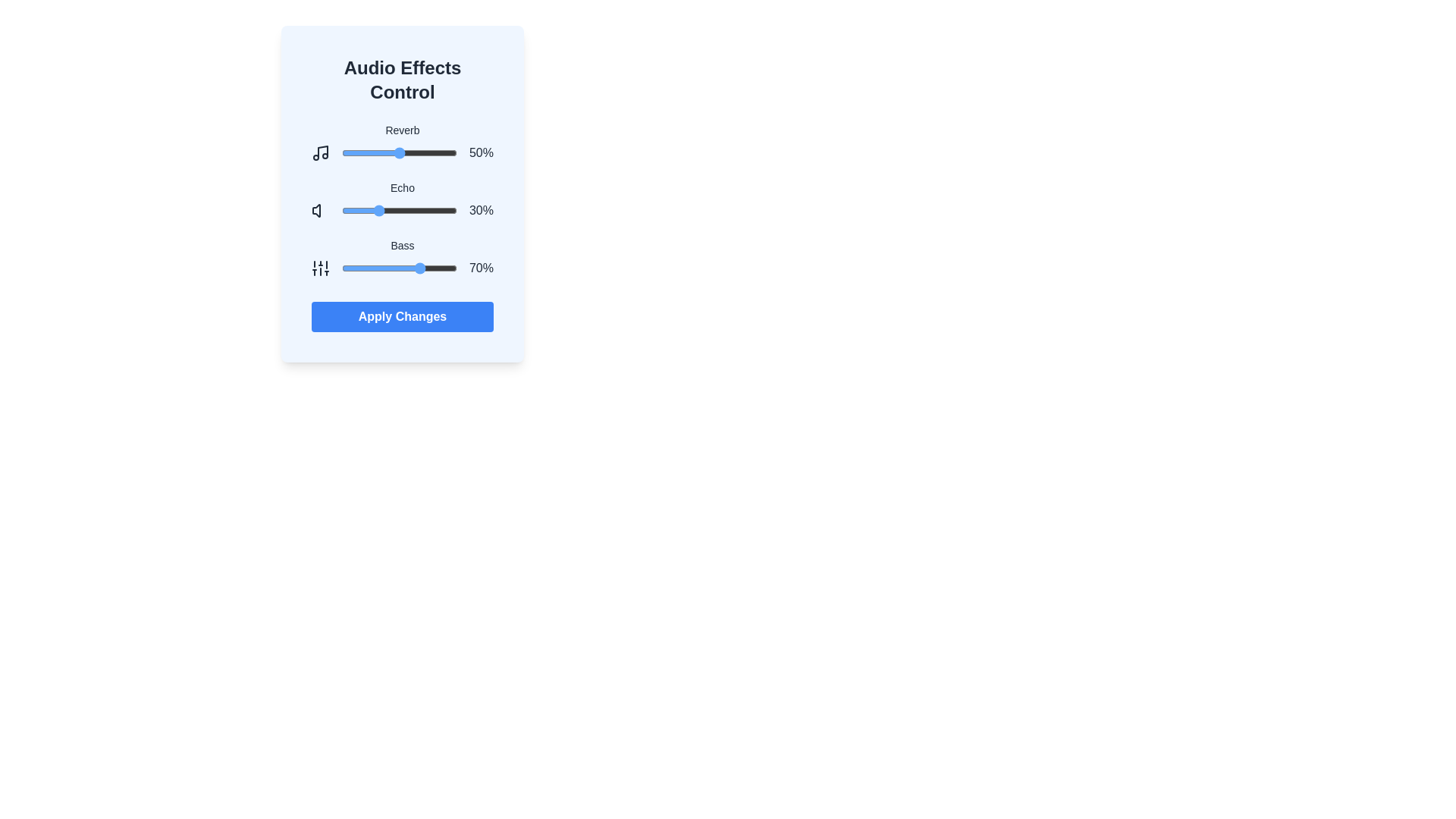 Image resolution: width=1456 pixels, height=819 pixels. I want to click on the Echo level, so click(349, 210).